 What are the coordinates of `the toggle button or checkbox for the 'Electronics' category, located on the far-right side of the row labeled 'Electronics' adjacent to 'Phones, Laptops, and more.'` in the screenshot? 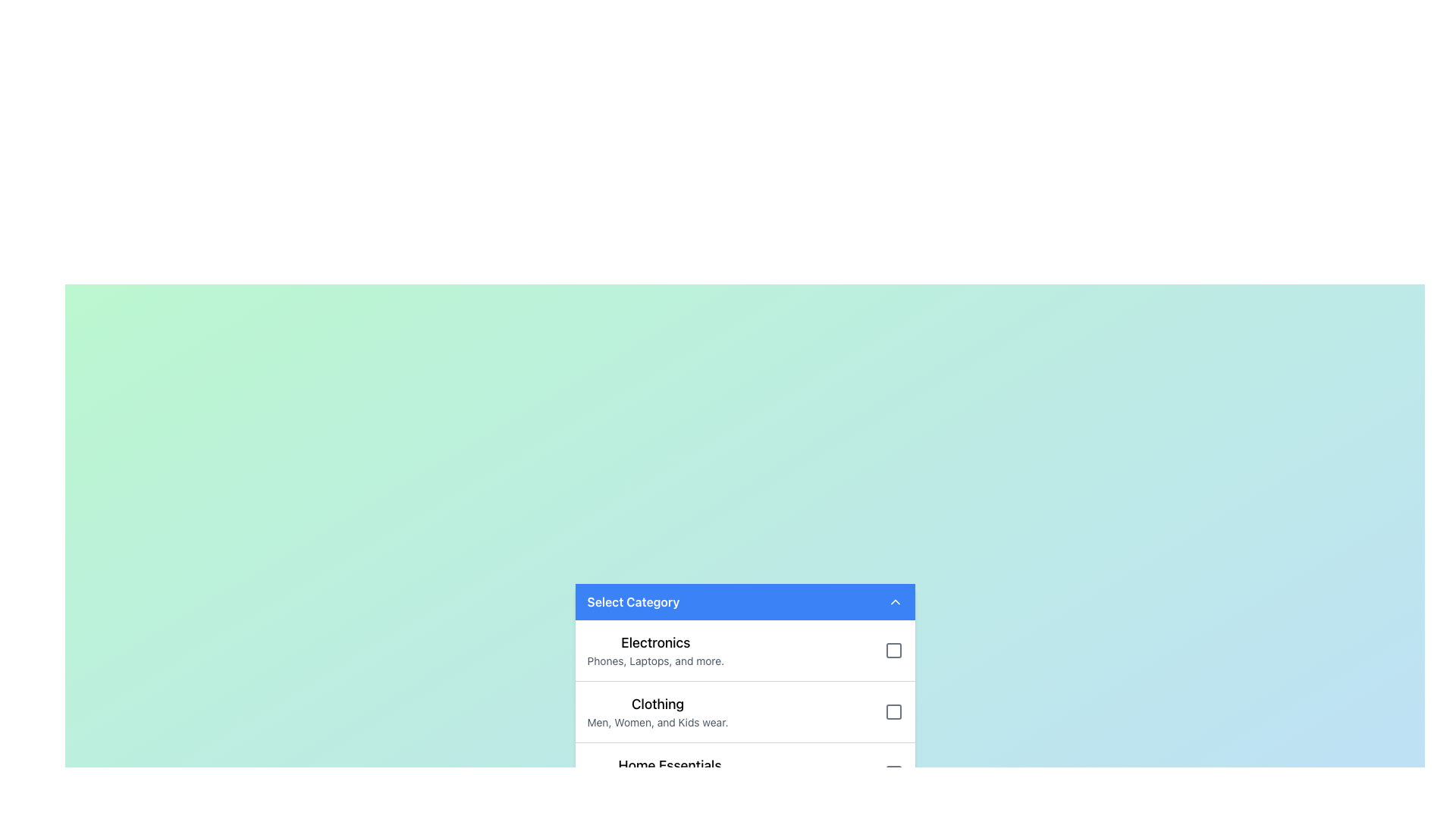 It's located at (893, 649).